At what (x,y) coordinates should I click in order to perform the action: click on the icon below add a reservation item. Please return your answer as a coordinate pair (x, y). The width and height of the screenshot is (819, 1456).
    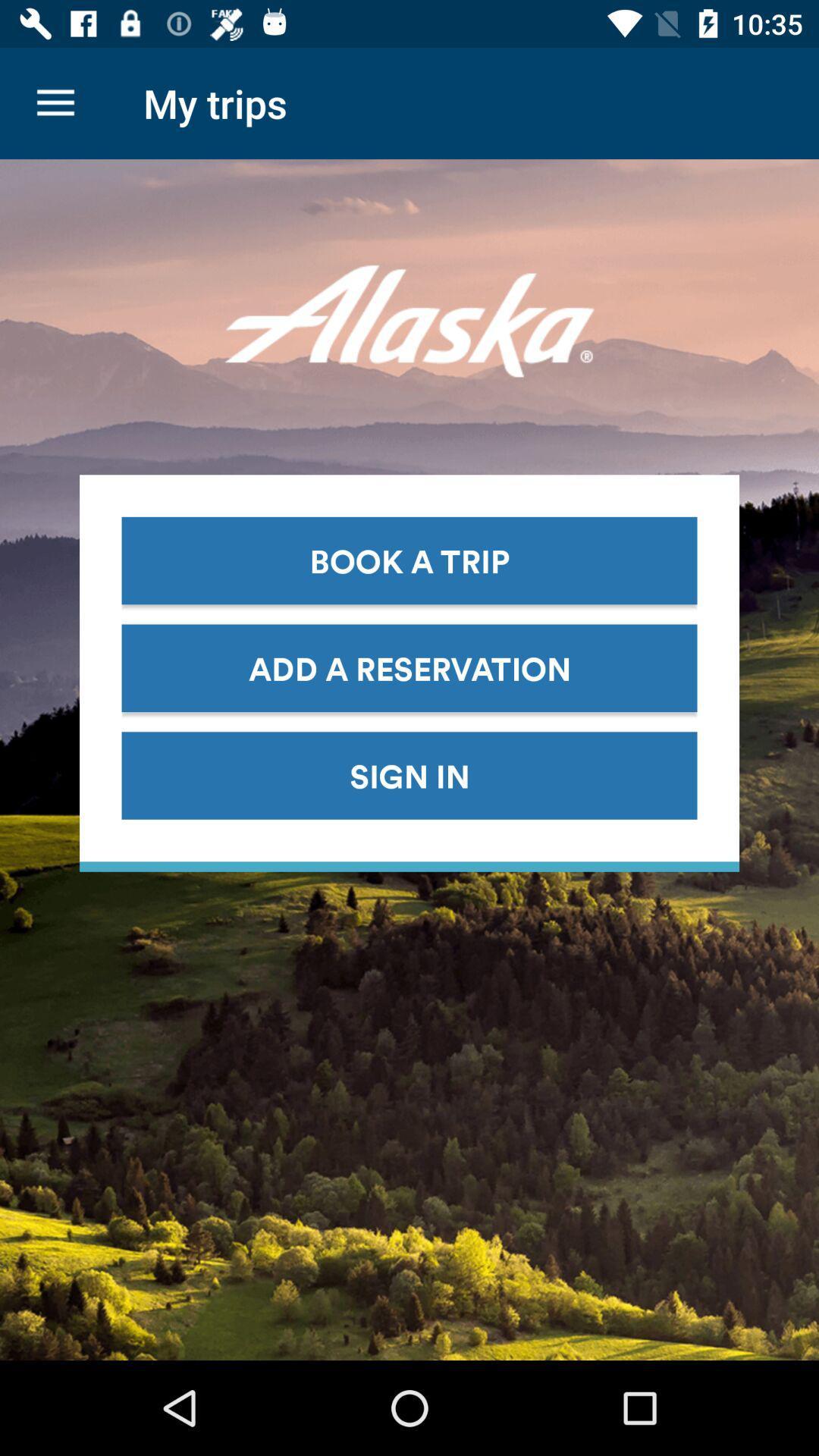
    Looking at the image, I should click on (409, 775).